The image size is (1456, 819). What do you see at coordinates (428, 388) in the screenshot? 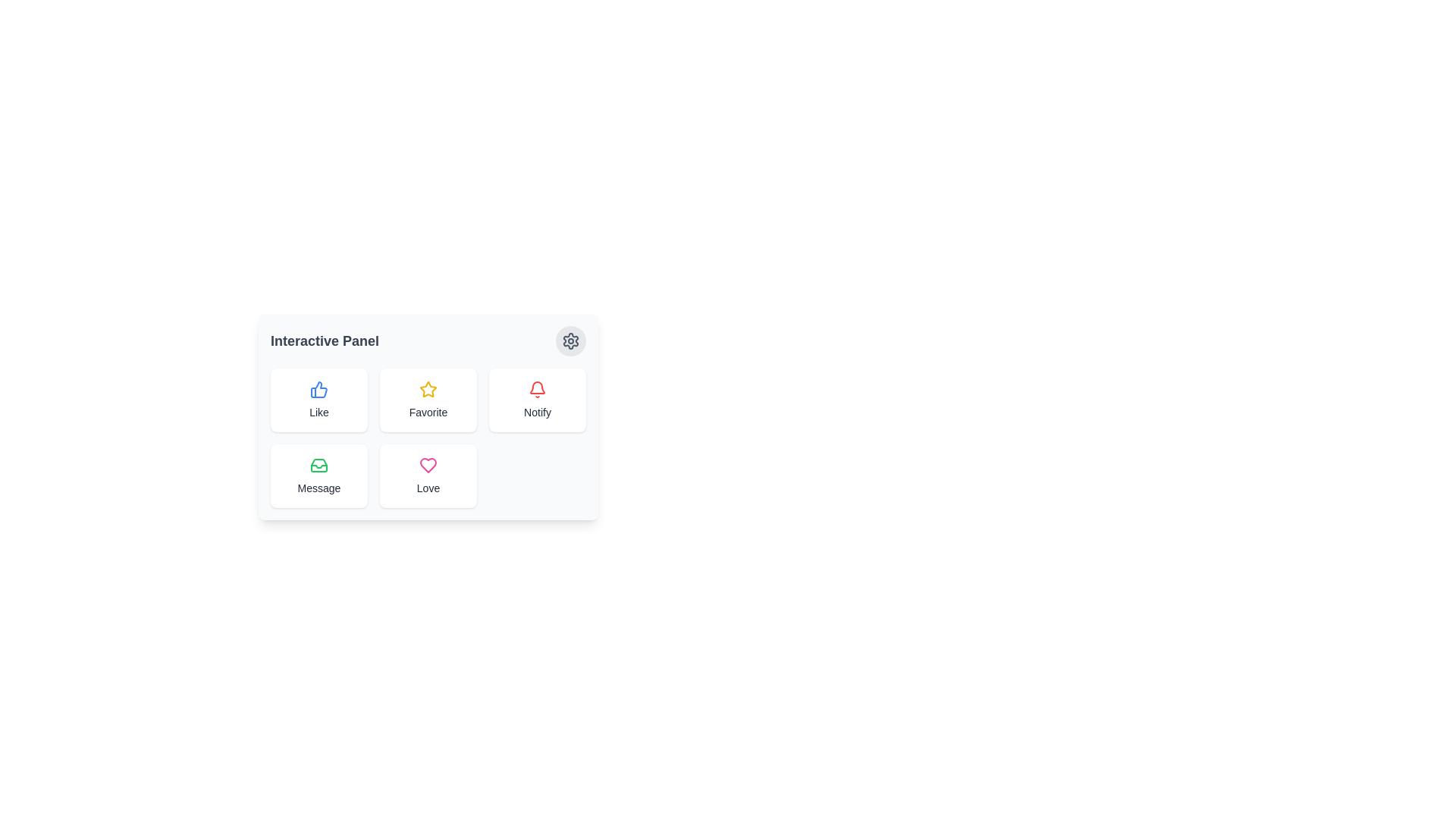
I see `the star-shaped icon with a yellow outline located in the 'Interactive Panel', positioned between the 'Like' and 'Notify' icons` at bounding box center [428, 388].